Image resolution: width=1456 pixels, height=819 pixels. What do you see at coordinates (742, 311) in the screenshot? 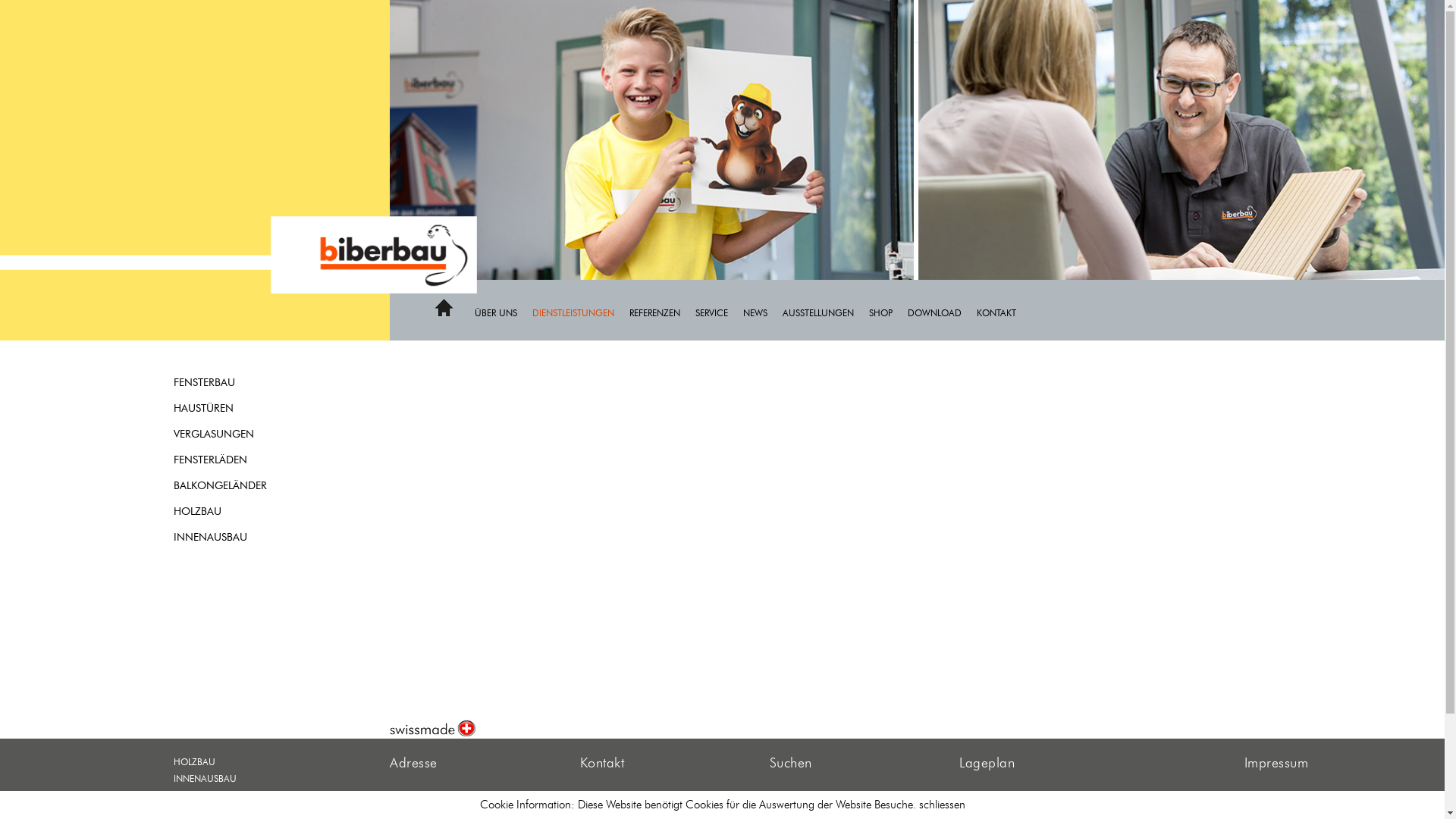
I see `'NEWS'` at bounding box center [742, 311].